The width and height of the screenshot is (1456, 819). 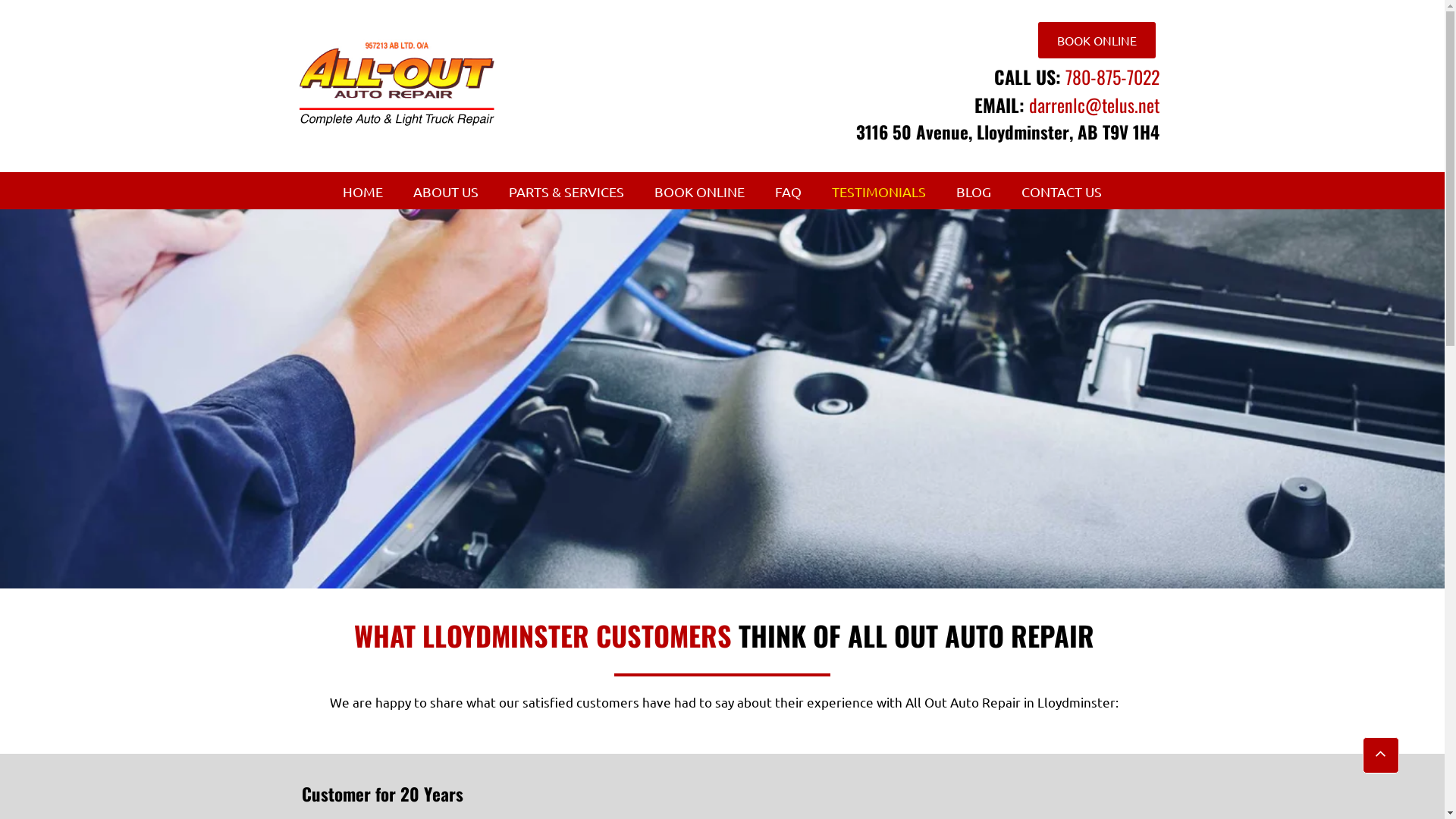 I want to click on 'BLOG', so click(x=973, y=191).